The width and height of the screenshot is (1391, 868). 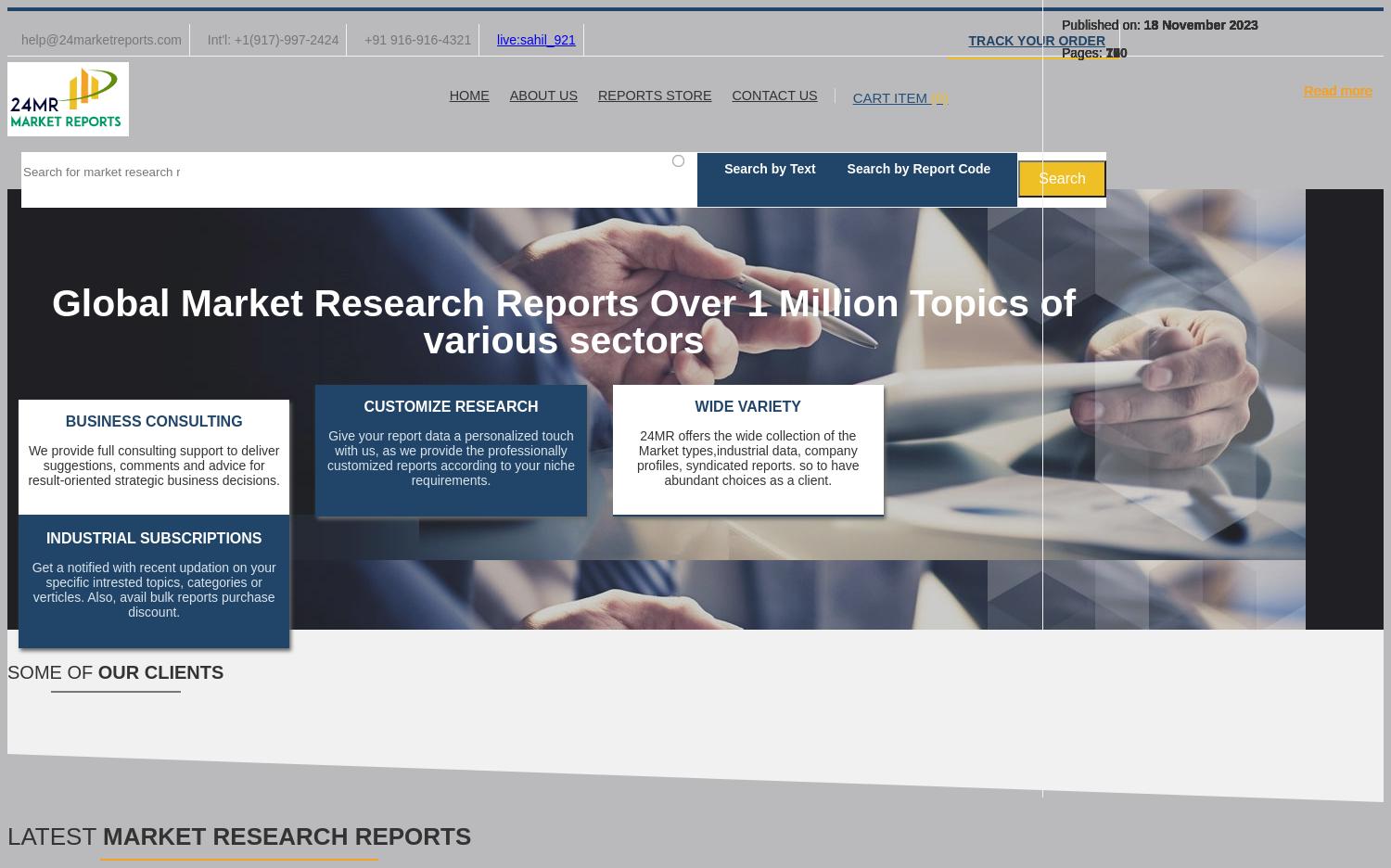 What do you see at coordinates (1115, 53) in the screenshot?
I see `'120'` at bounding box center [1115, 53].